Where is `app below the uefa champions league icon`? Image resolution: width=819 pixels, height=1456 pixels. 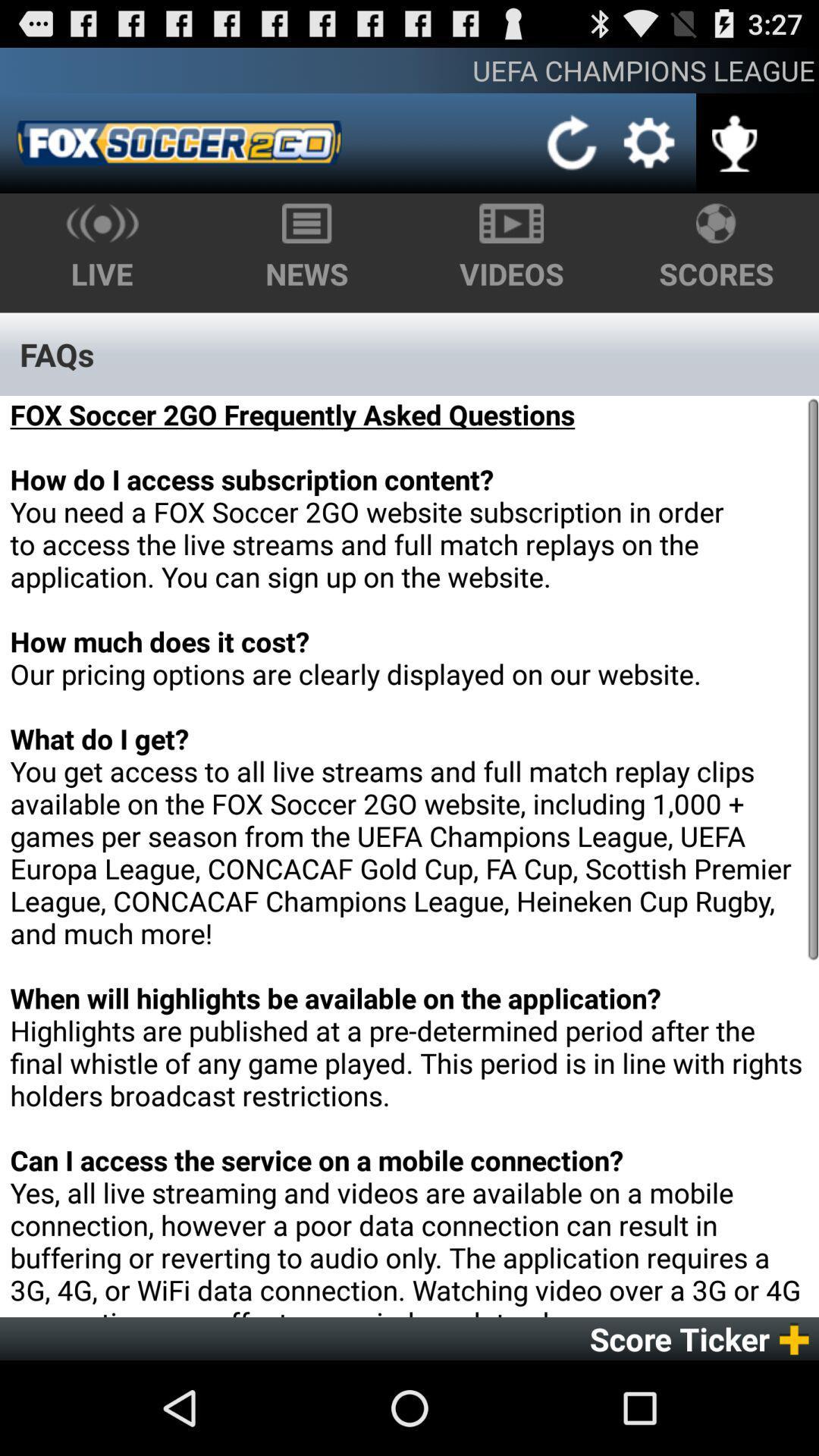
app below the uefa champions league icon is located at coordinates (648, 143).